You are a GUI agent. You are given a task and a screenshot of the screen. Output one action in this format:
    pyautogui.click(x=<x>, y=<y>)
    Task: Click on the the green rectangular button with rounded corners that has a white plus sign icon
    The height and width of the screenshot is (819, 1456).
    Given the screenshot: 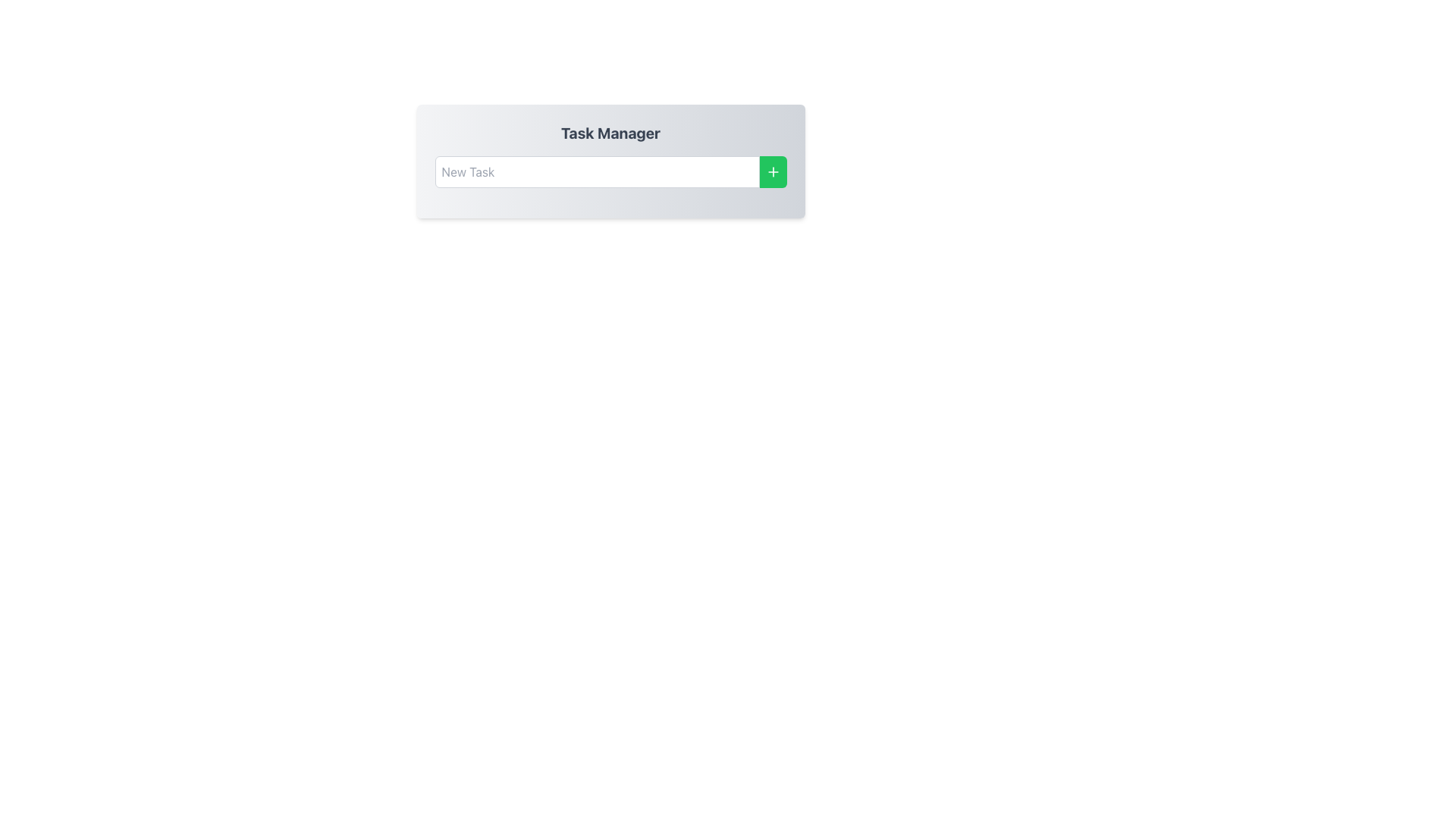 What is the action you would take?
    pyautogui.click(x=773, y=171)
    